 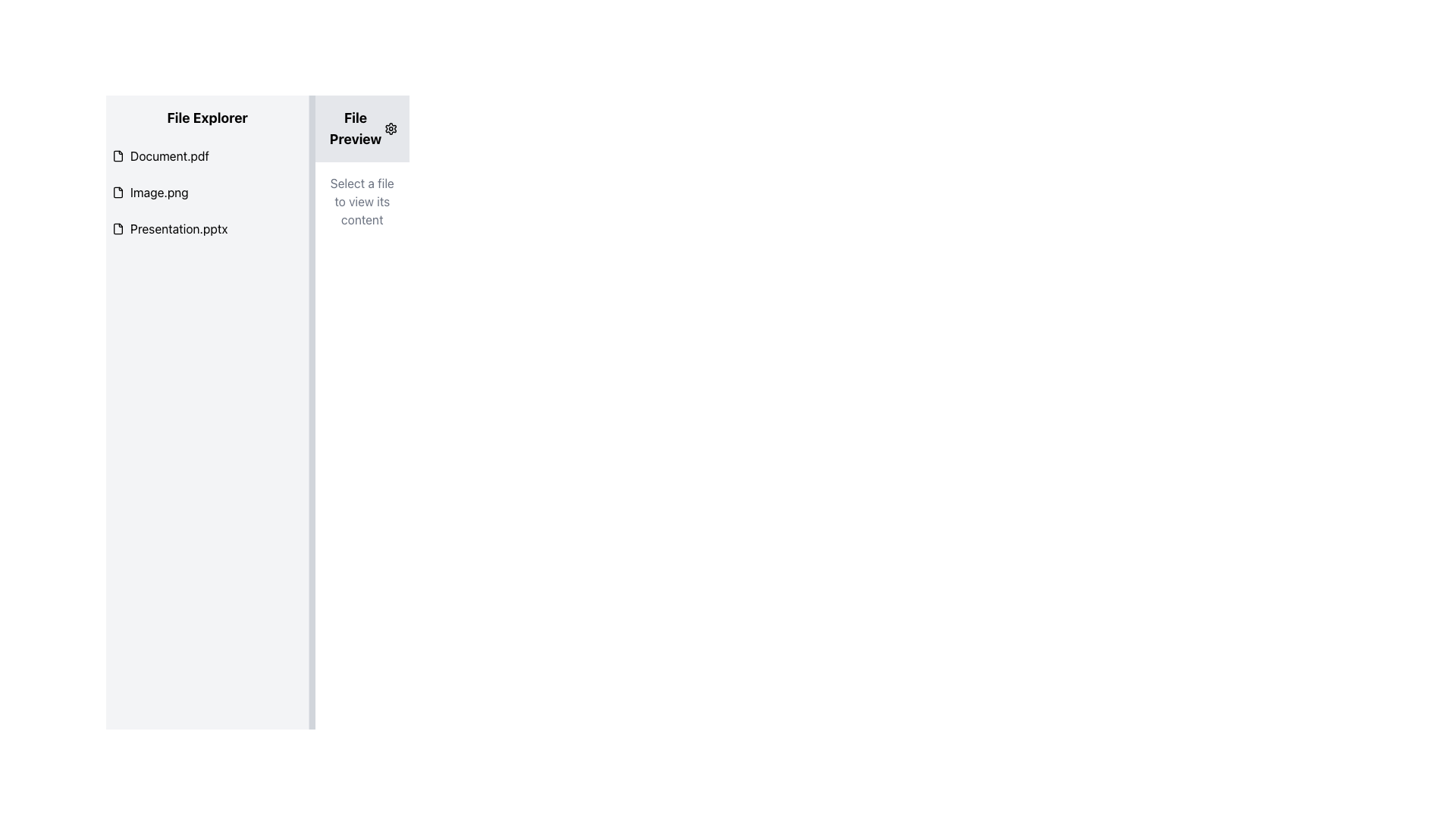 What do you see at coordinates (206, 192) in the screenshot?
I see `the file item labeled 'Image.png' in the File Explorer` at bounding box center [206, 192].